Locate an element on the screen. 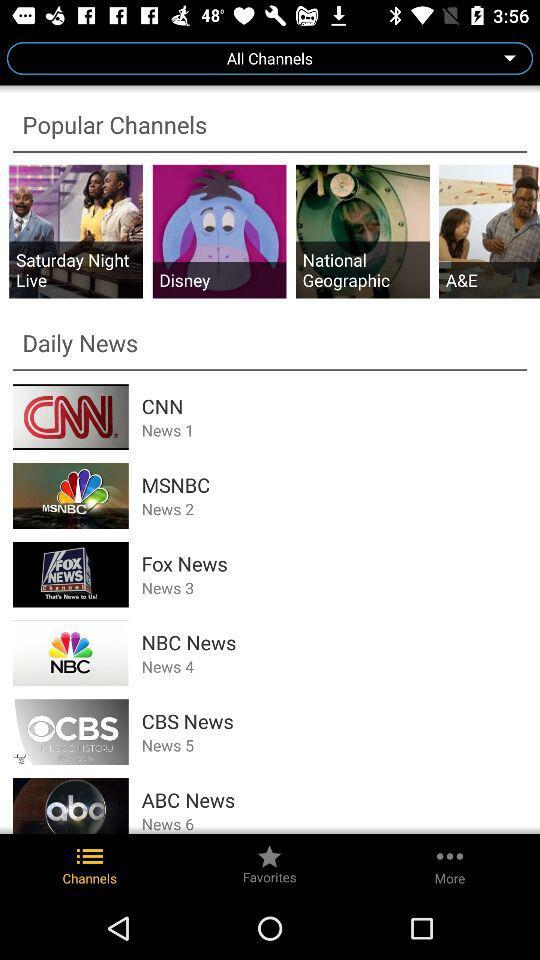 Image resolution: width=540 pixels, height=960 pixels. msnbc app is located at coordinates (334, 484).